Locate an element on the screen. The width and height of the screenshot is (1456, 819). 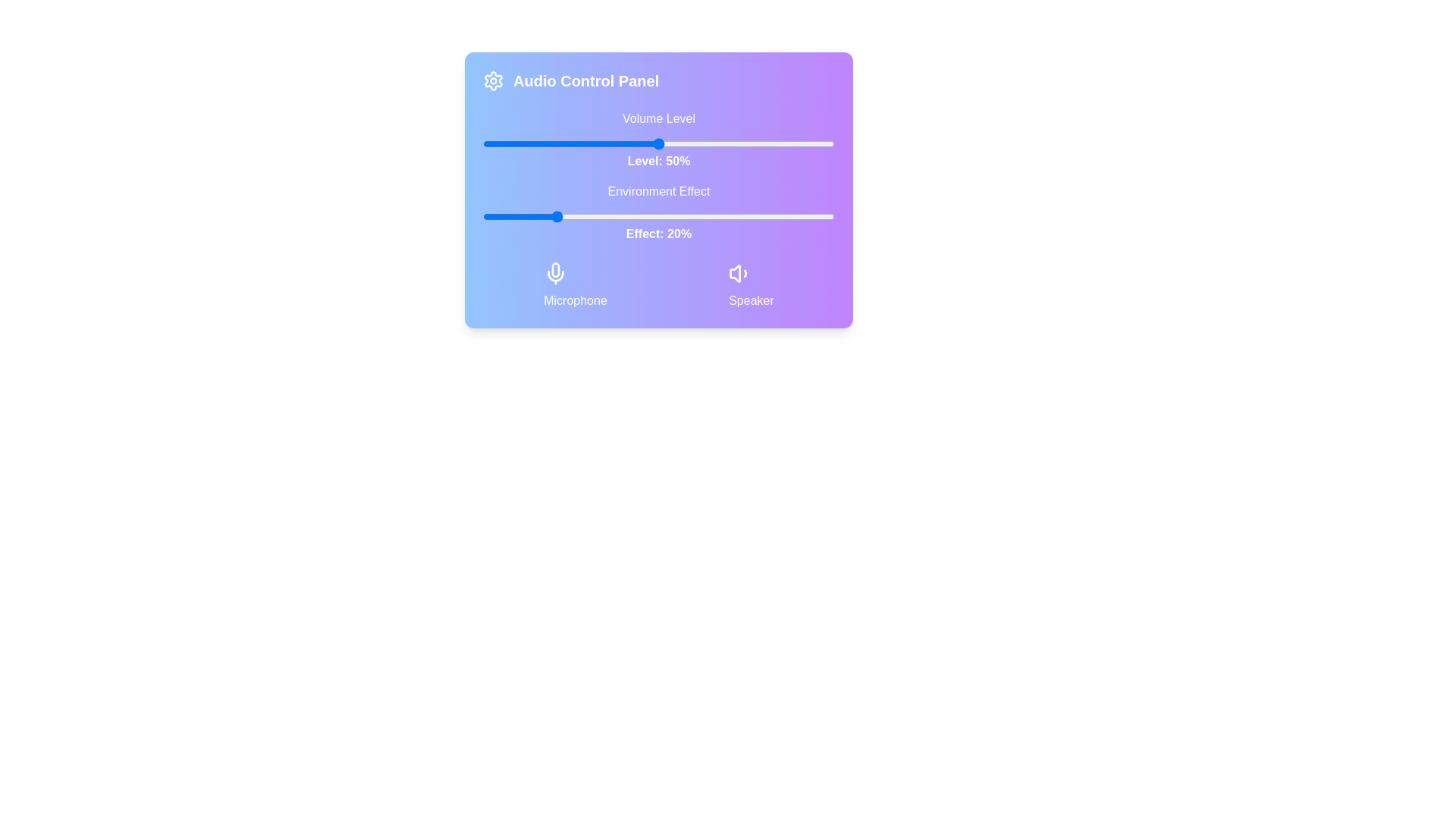
the volume slider to 5% is located at coordinates (500, 143).